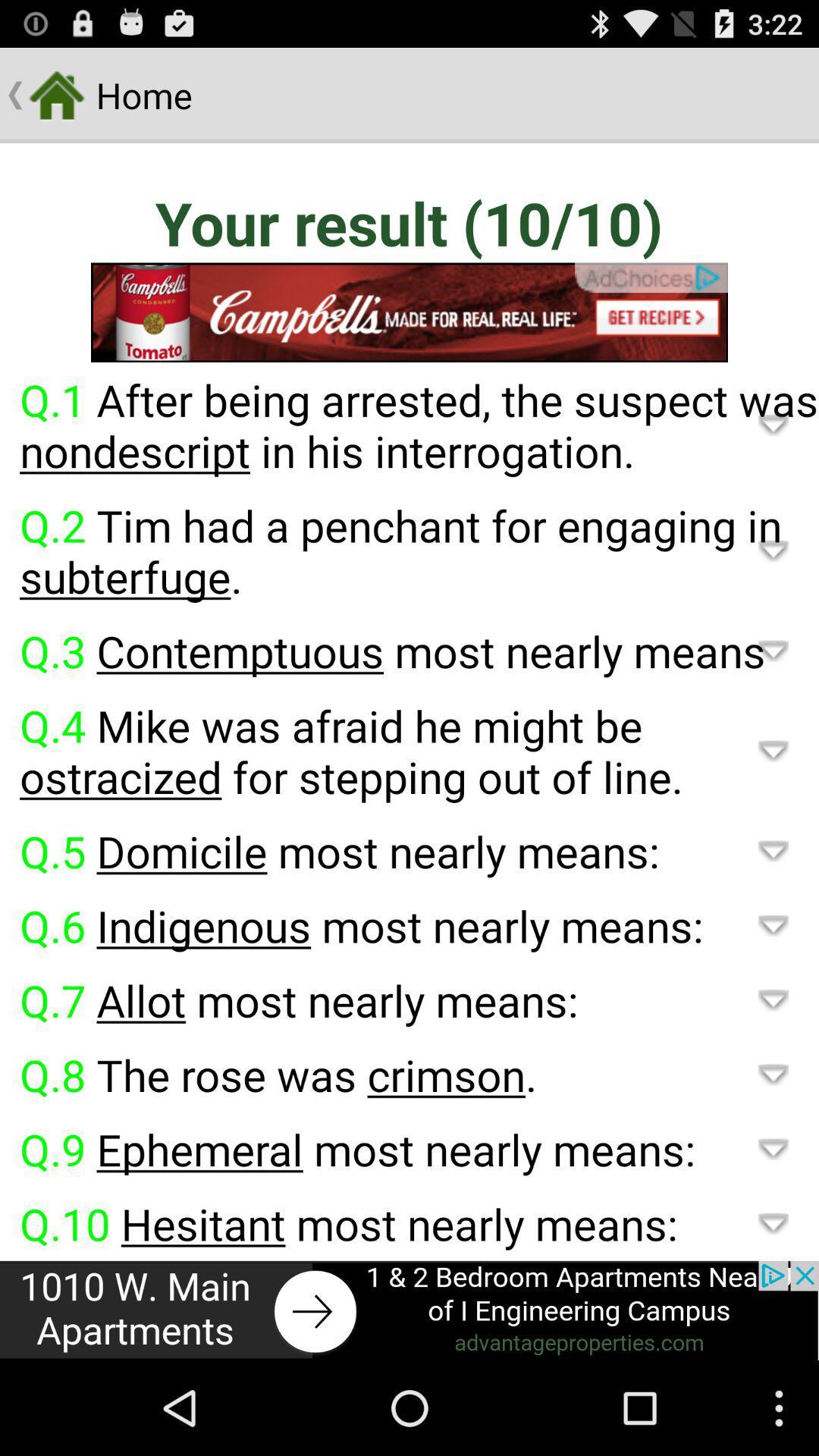 The image size is (819, 1456). What do you see at coordinates (409, 1310) in the screenshot?
I see `announcement` at bounding box center [409, 1310].